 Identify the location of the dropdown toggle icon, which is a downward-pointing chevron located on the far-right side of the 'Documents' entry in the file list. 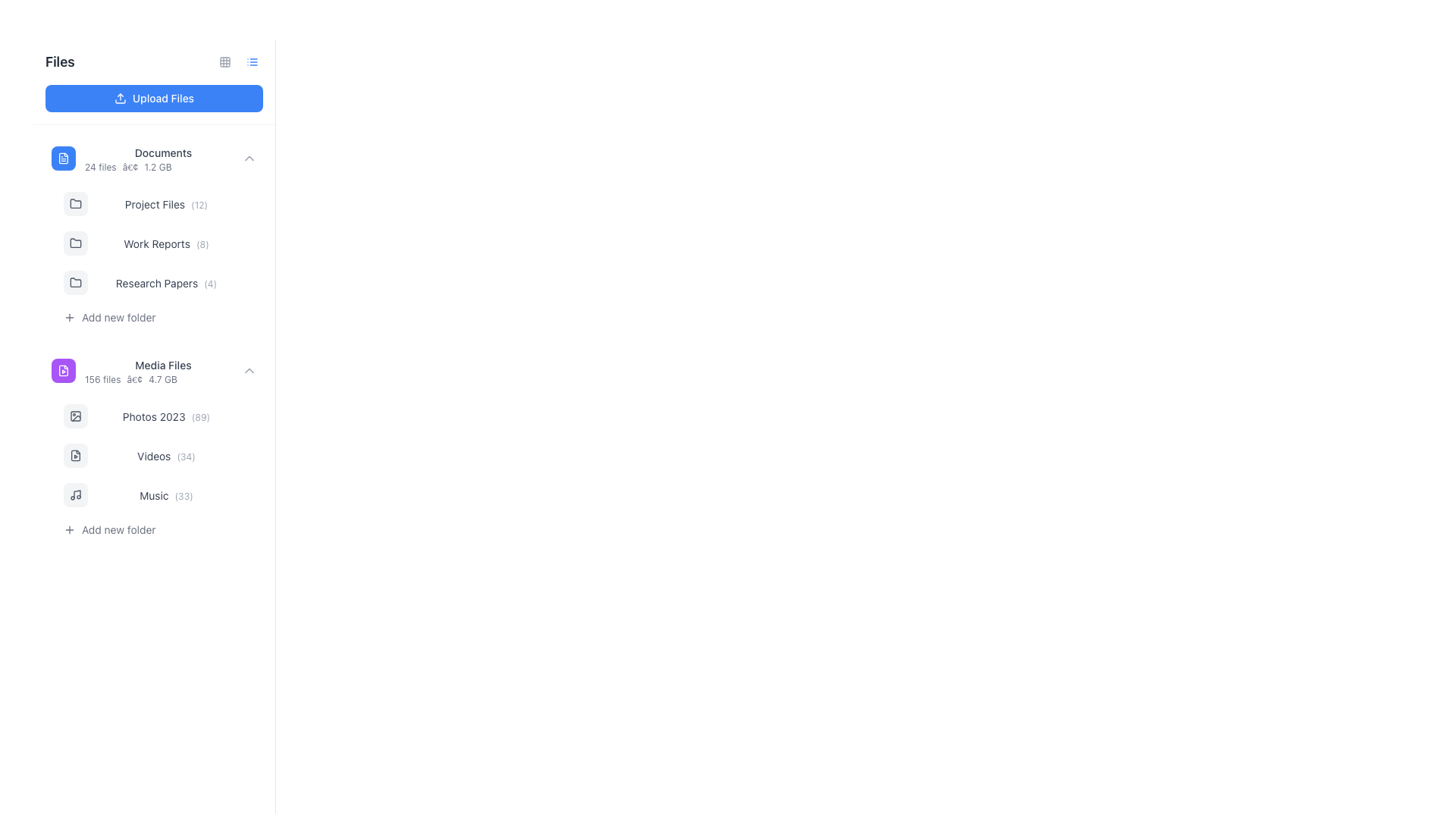
(249, 158).